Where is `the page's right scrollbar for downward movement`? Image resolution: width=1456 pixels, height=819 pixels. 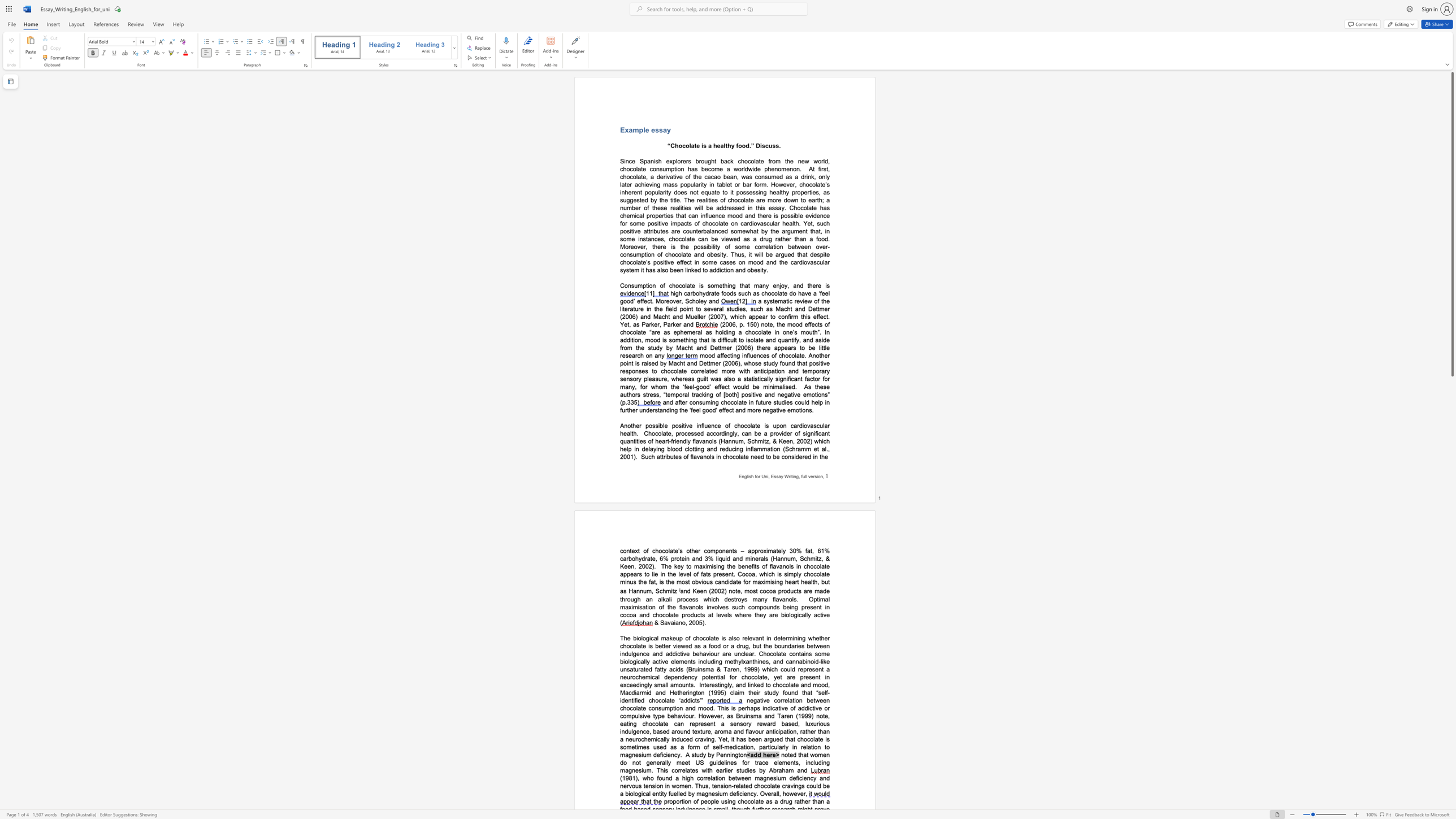
the page's right scrollbar for downward movement is located at coordinates (1451, 614).